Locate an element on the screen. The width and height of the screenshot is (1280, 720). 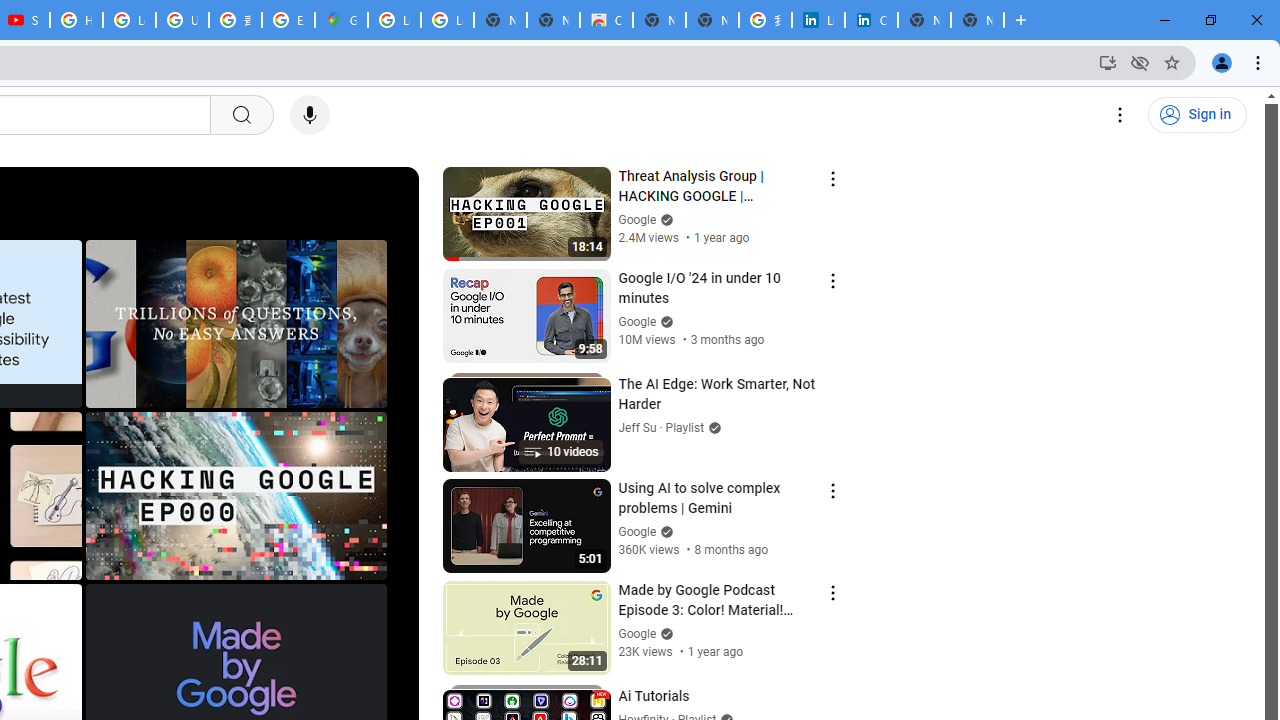
'Google Maps' is located at coordinates (341, 20).